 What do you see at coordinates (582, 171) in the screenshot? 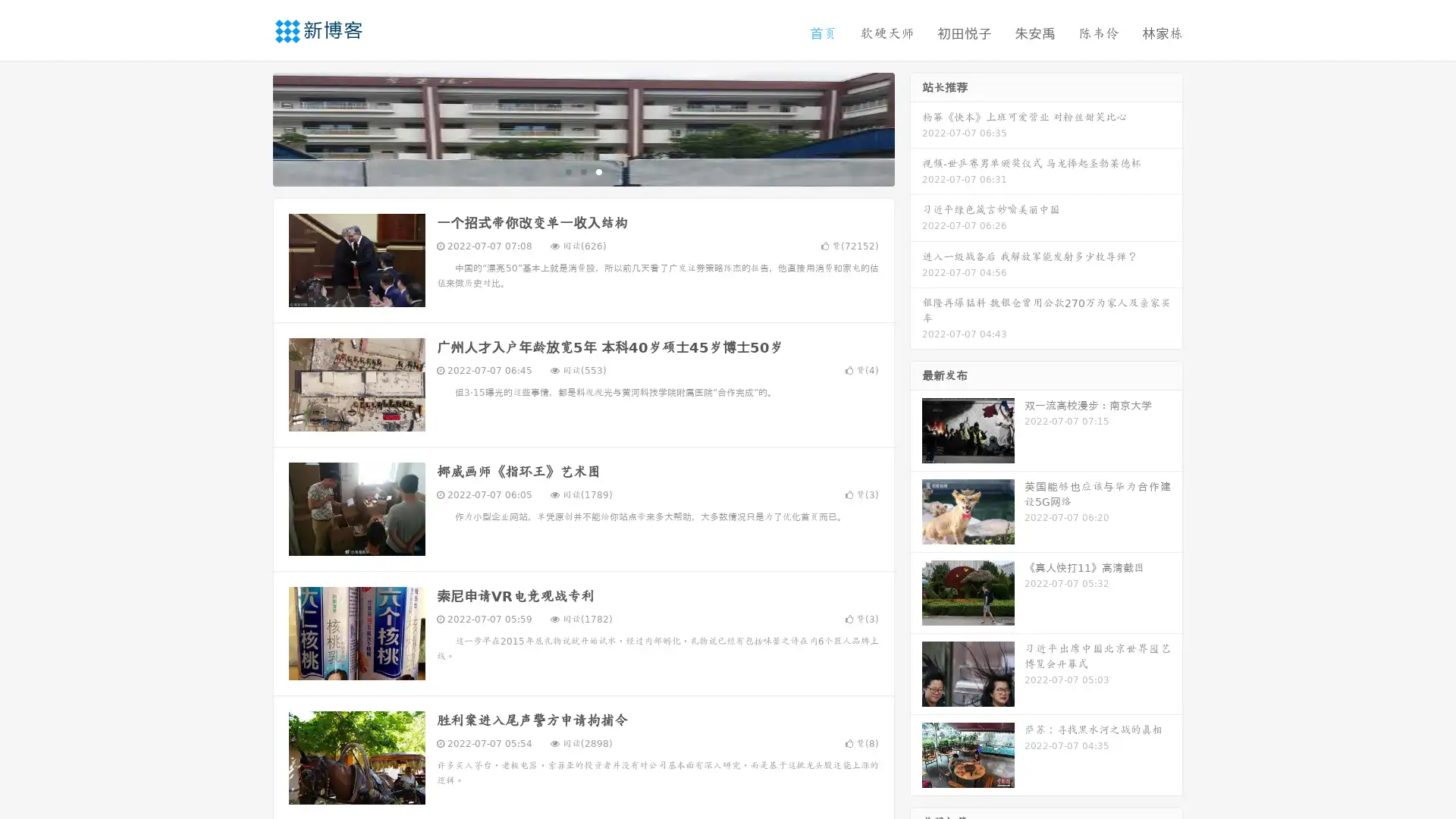
I see `Go to slide 2` at bounding box center [582, 171].